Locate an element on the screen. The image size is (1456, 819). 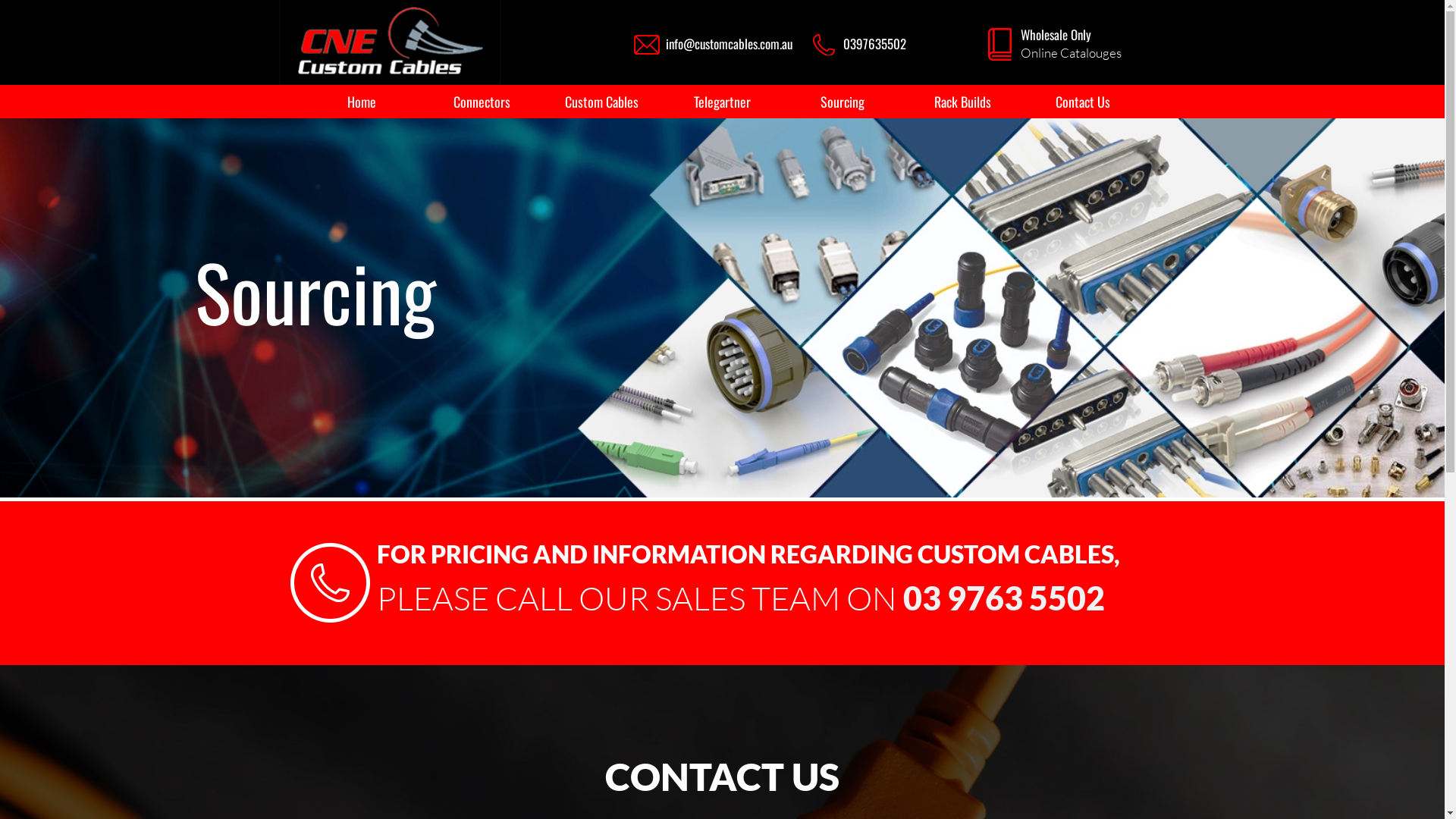
'Custom Cables' is located at coordinates (601, 102).